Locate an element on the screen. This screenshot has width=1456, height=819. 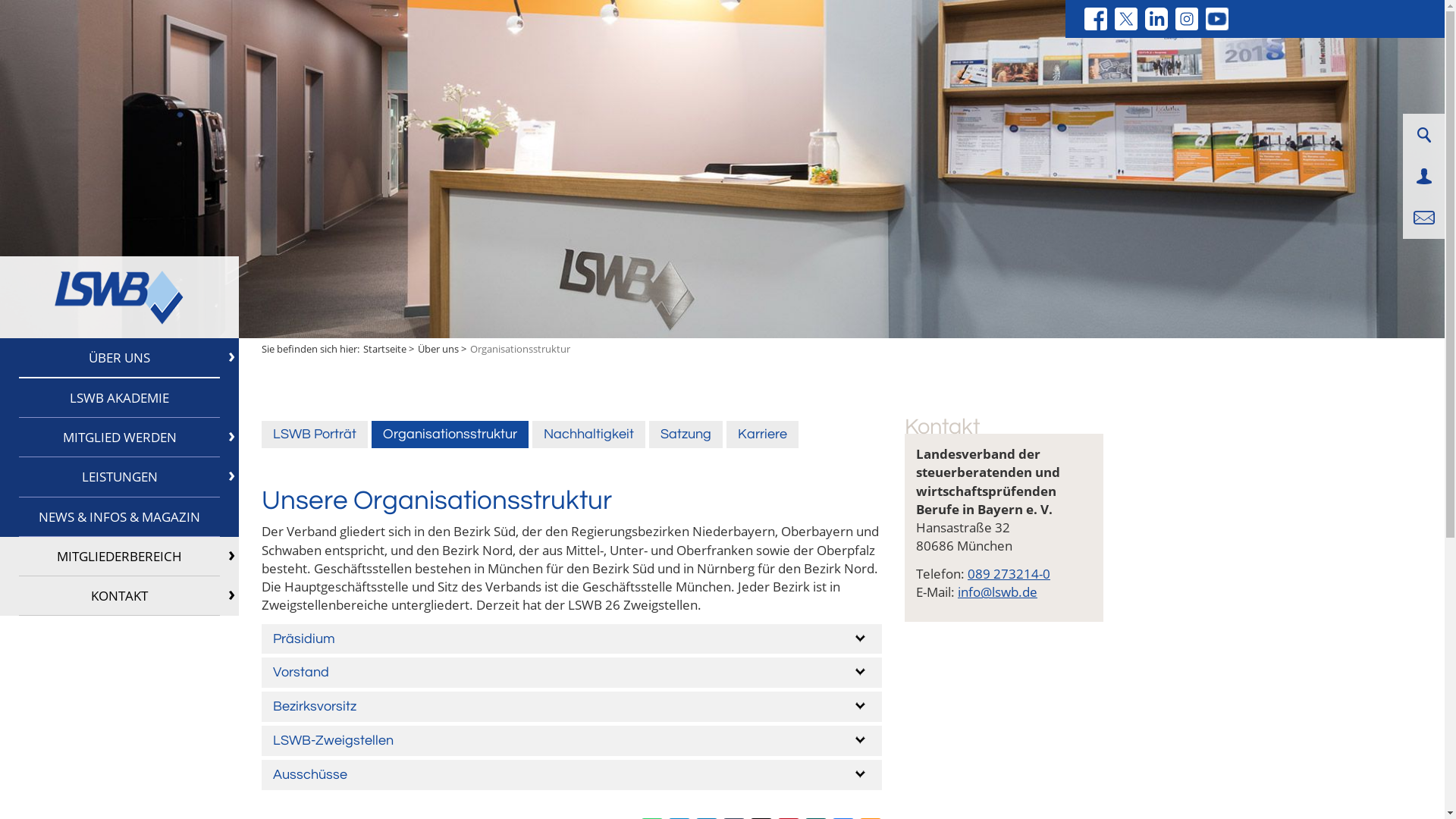
'NEWS & INFOS & MAGAZIN' is located at coordinates (118, 516).